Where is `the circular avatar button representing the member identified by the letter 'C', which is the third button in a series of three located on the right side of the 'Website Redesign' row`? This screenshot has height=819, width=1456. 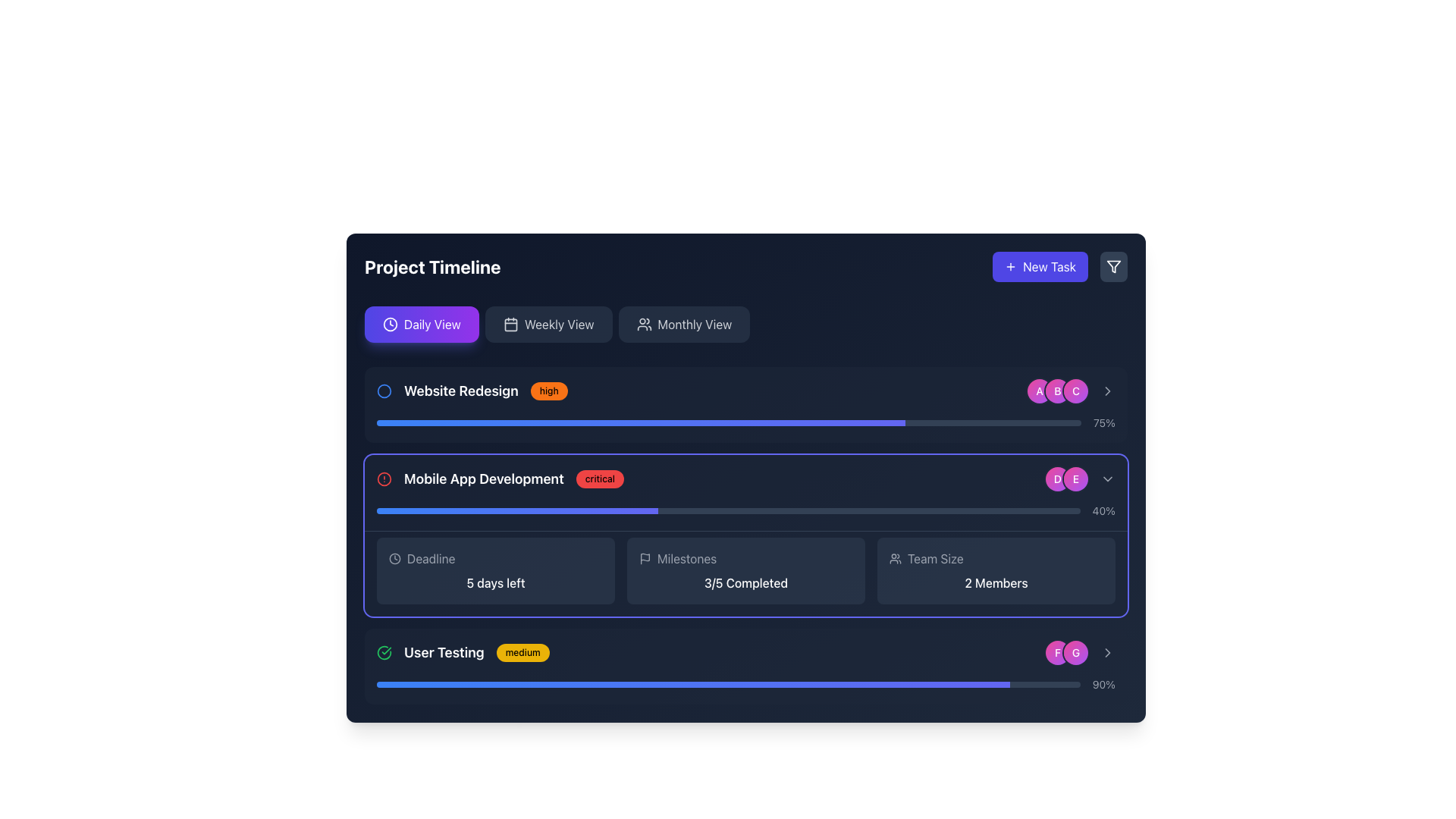
the circular avatar button representing the member identified by the letter 'C', which is the third button in a series of three located on the right side of the 'Website Redesign' row is located at coordinates (1070, 391).